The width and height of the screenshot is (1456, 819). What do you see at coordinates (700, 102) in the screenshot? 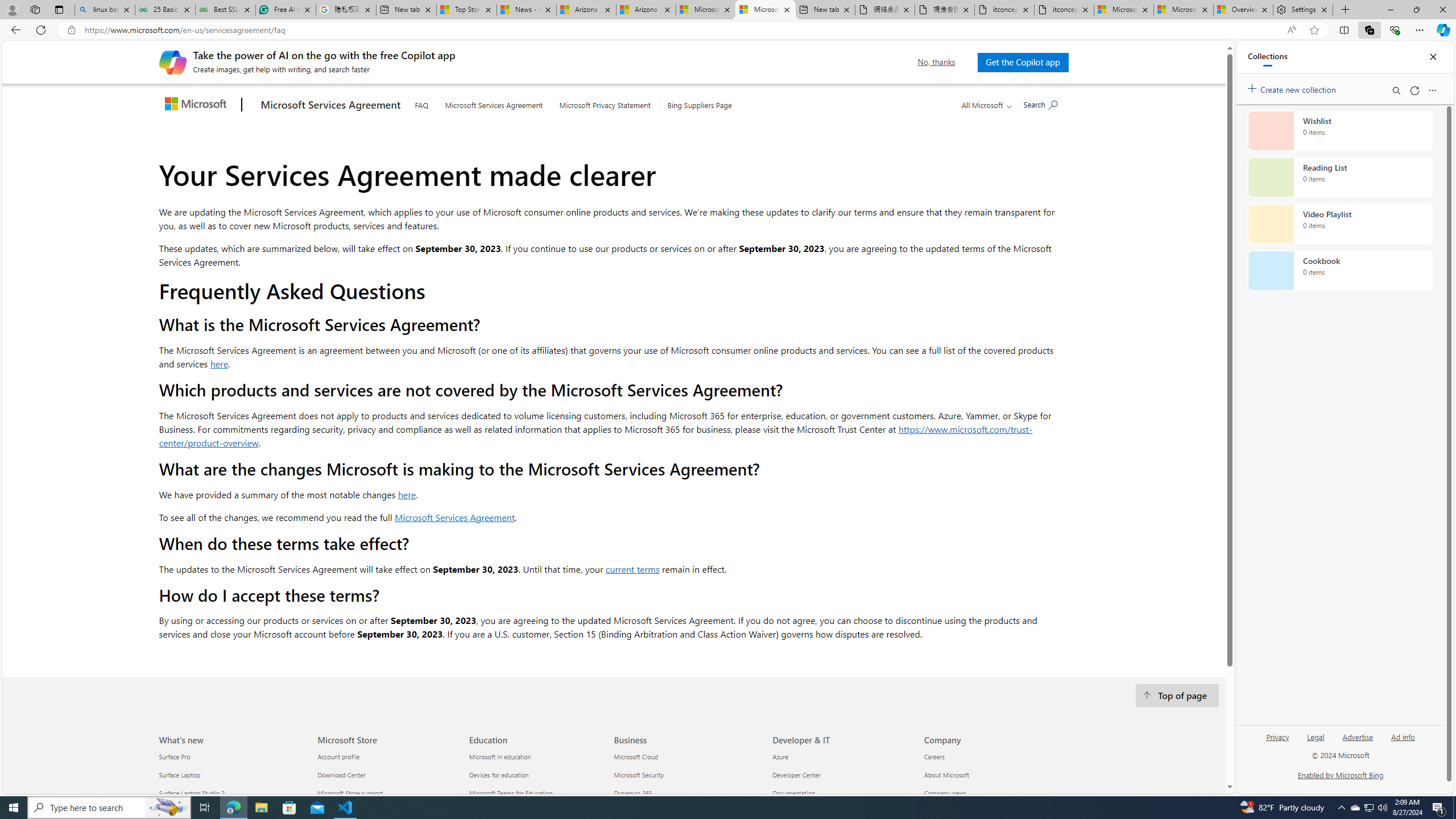
I see `'Bing Suppliers Page'` at bounding box center [700, 102].